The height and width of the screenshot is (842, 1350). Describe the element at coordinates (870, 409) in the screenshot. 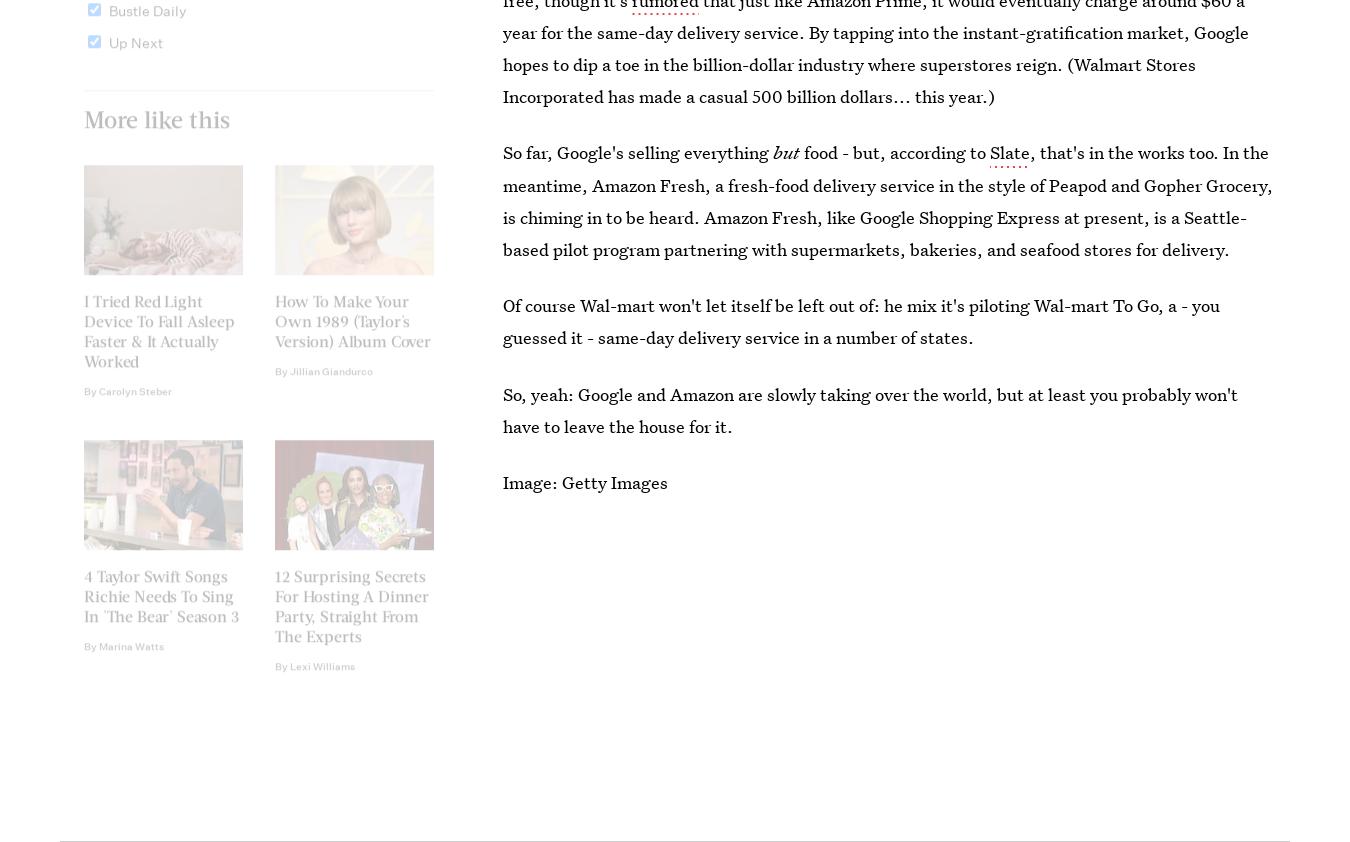

I see `'So, yeah: Google and Amazon are slowly taking over the world, but at least you probably won't have to leave the house for it.'` at that location.